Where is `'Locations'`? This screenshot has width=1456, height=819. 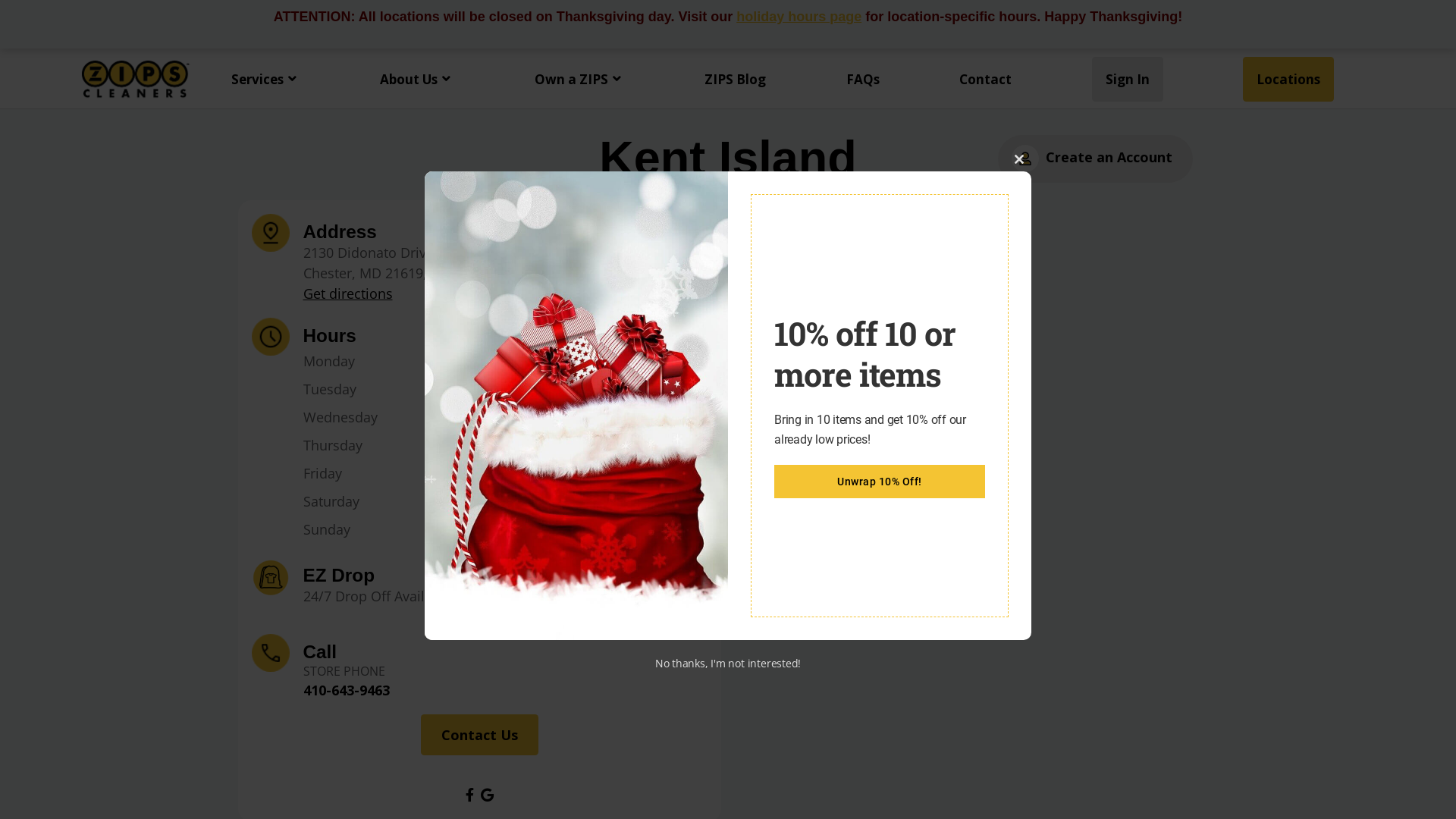 'Locations' is located at coordinates (1288, 79).